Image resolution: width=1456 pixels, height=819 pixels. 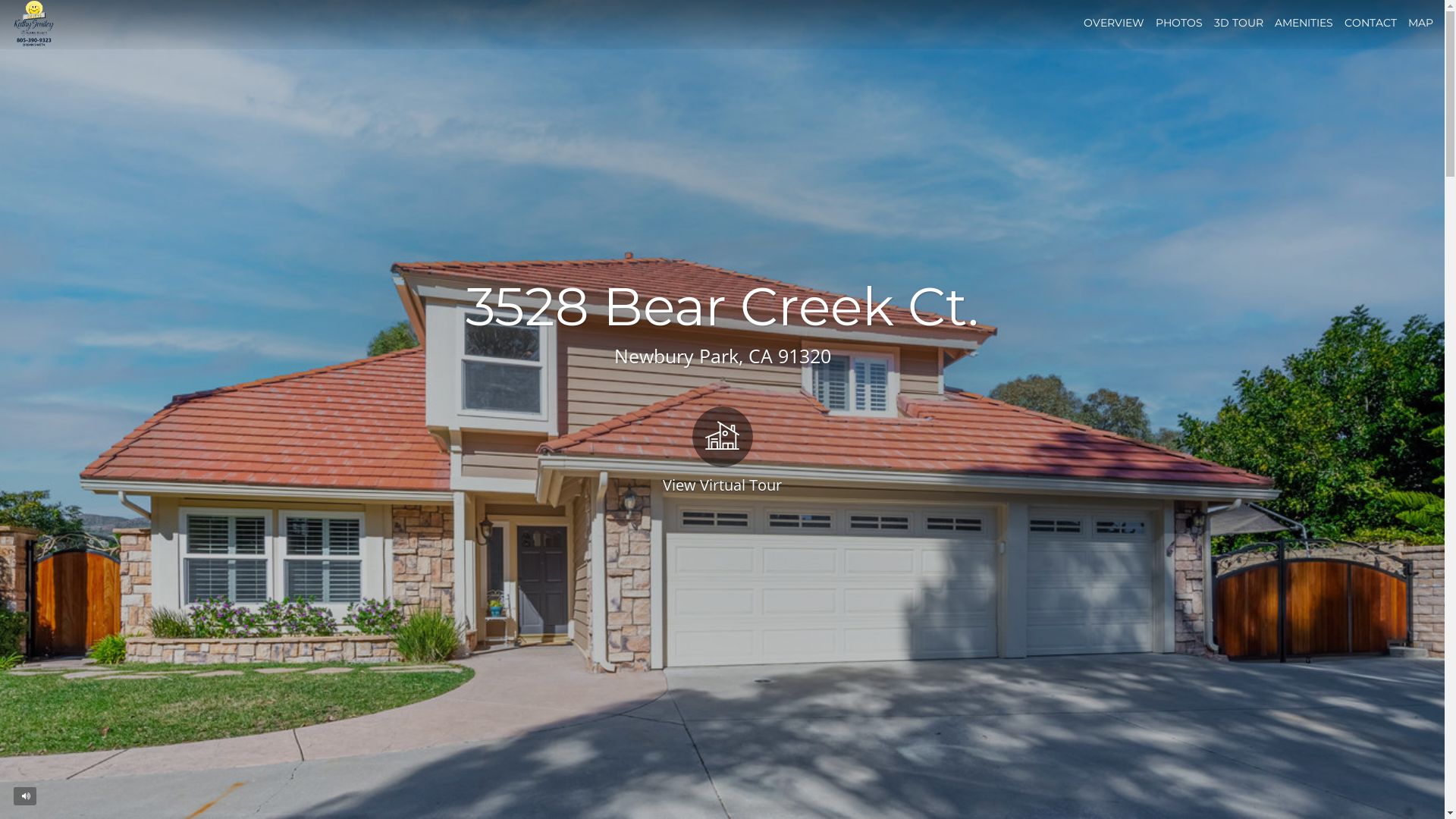 What do you see at coordinates (1303, 23) in the screenshot?
I see `'AMENITIES'` at bounding box center [1303, 23].